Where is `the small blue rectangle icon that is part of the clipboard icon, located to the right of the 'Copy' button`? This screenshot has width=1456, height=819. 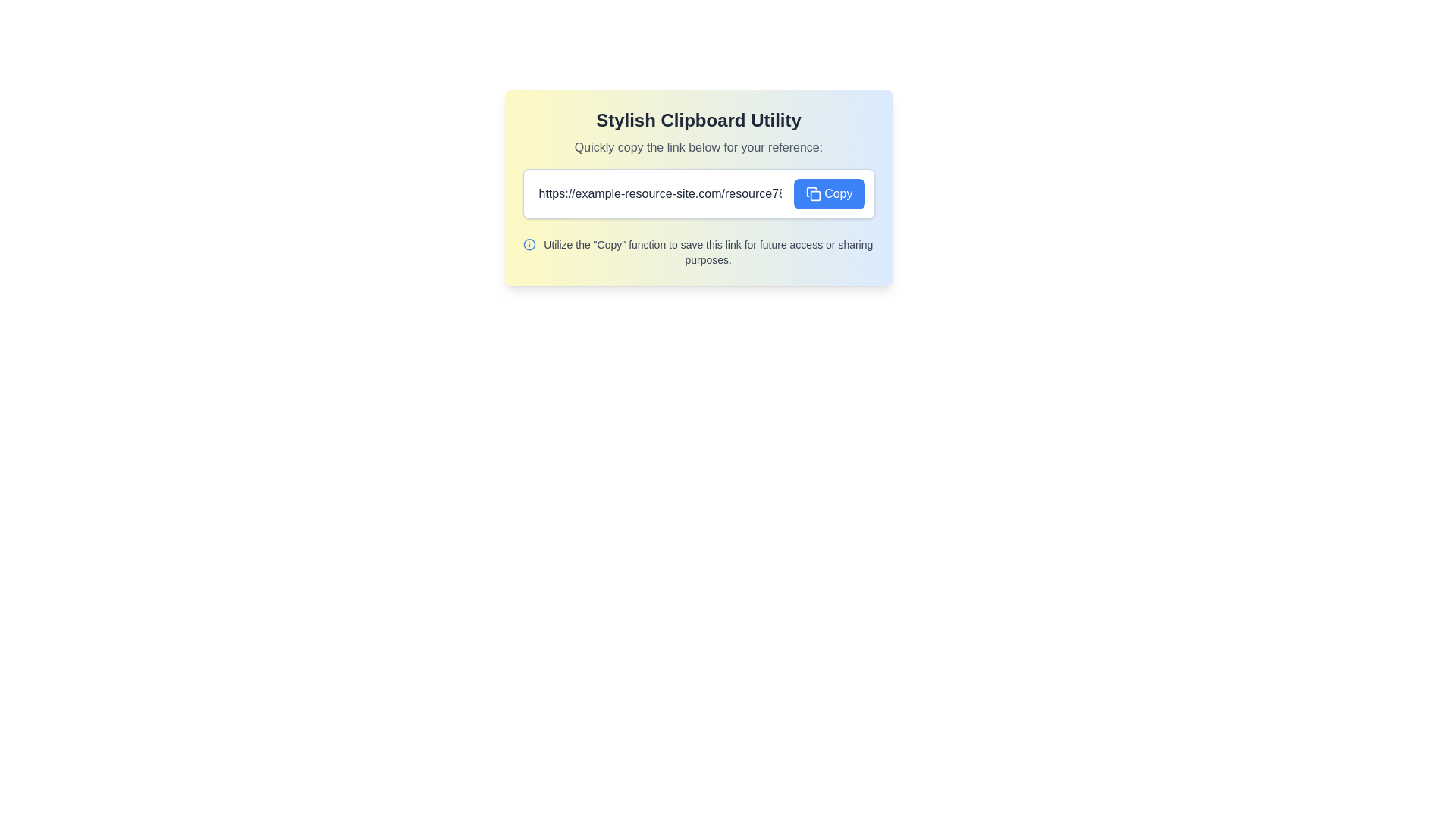
the small blue rectangle icon that is part of the clipboard icon, located to the right of the 'Copy' button is located at coordinates (814, 195).